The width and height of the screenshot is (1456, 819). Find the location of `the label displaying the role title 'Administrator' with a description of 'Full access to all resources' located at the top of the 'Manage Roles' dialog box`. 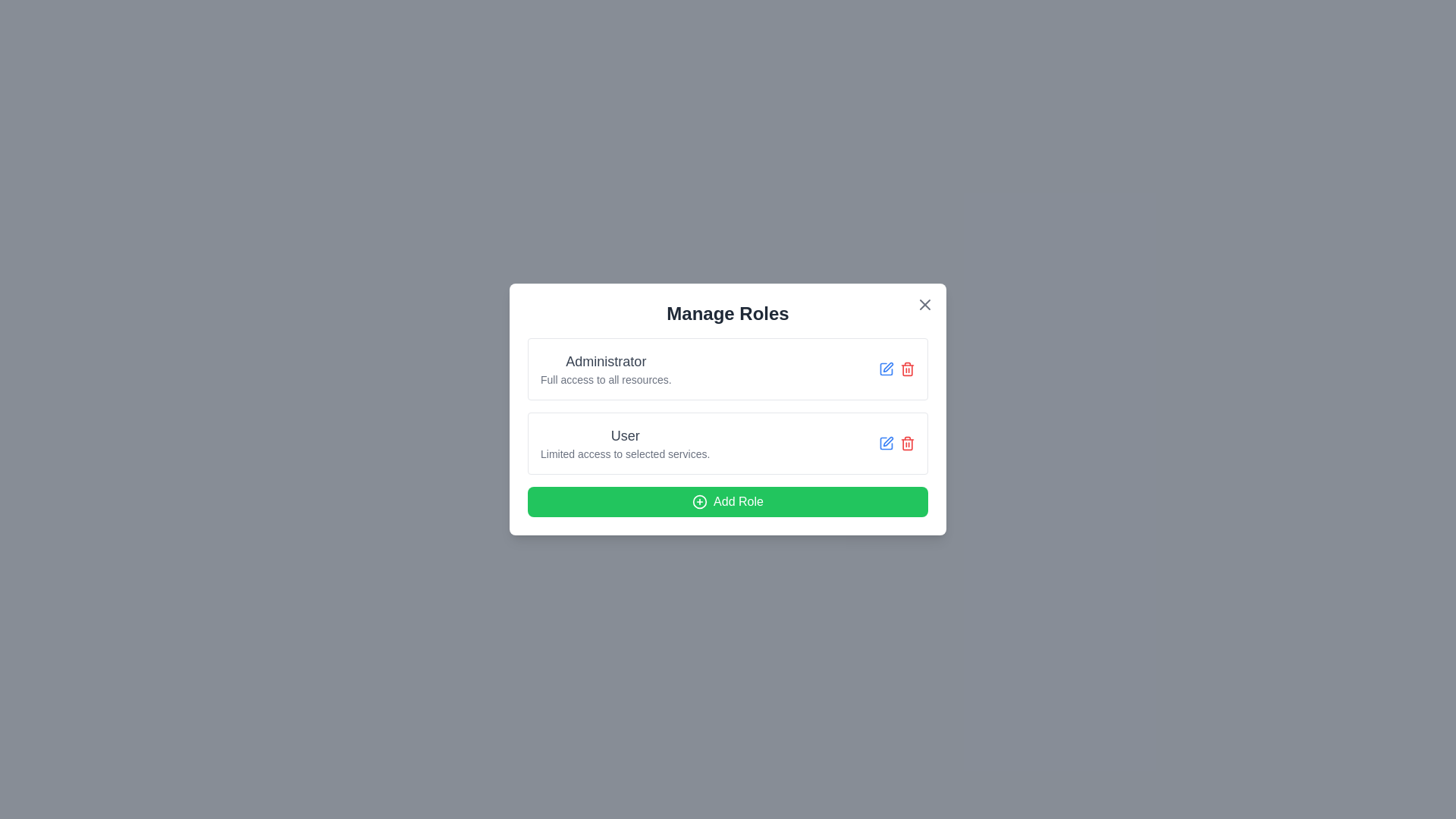

the label displaying the role title 'Administrator' with a description of 'Full access to all resources' located at the top of the 'Manage Roles' dialog box is located at coordinates (605, 369).